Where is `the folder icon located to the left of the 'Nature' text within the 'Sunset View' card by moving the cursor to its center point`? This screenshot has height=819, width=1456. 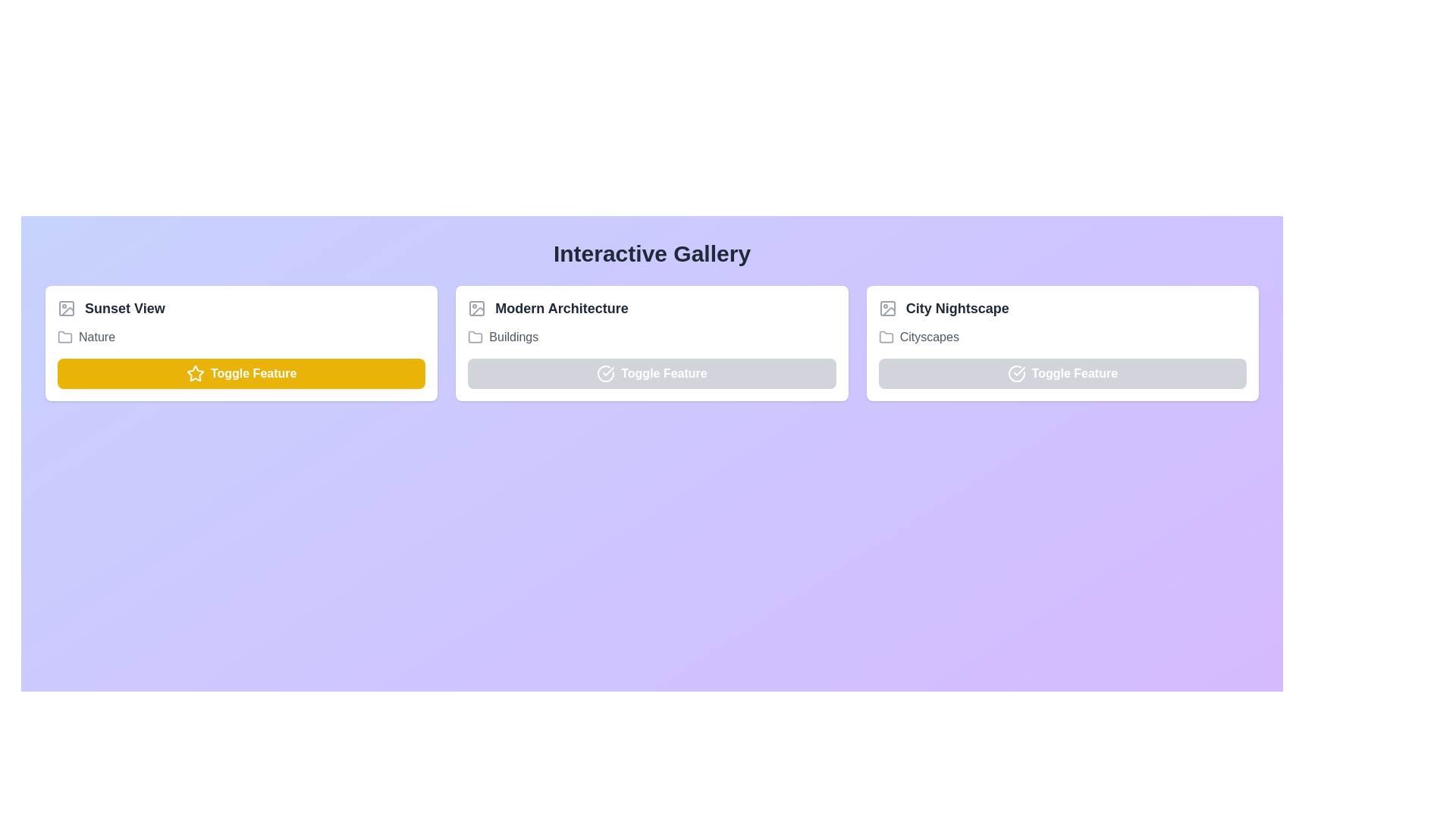 the folder icon located to the left of the 'Nature' text within the 'Sunset View' card by moving the cursor to its center point is located at coordinates (64, 336).